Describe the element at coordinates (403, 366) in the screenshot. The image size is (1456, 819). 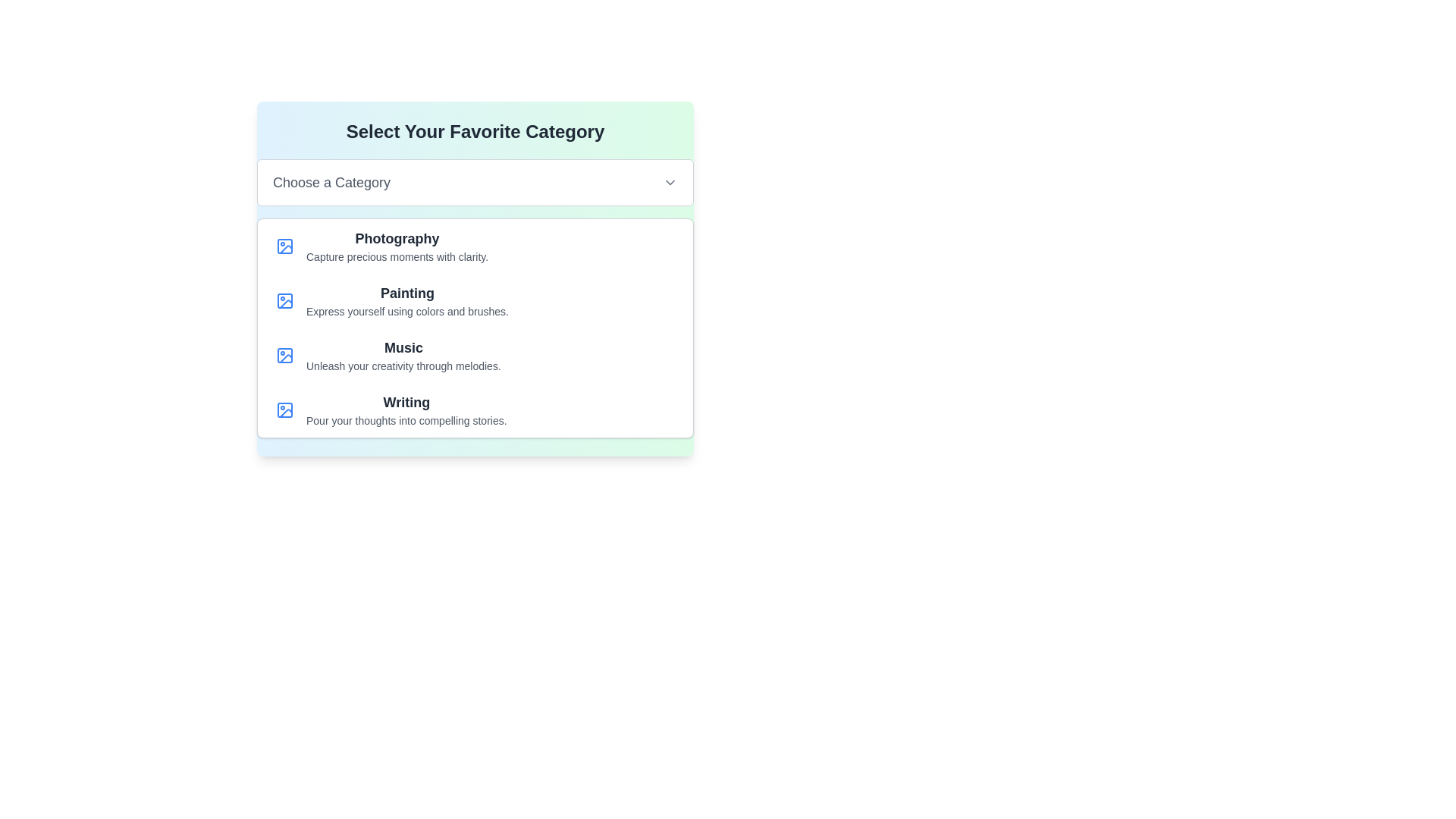
I see `the Text label that describes the 'Music' category in the selection list, located directly beneath the 'Music' heading` at that location.